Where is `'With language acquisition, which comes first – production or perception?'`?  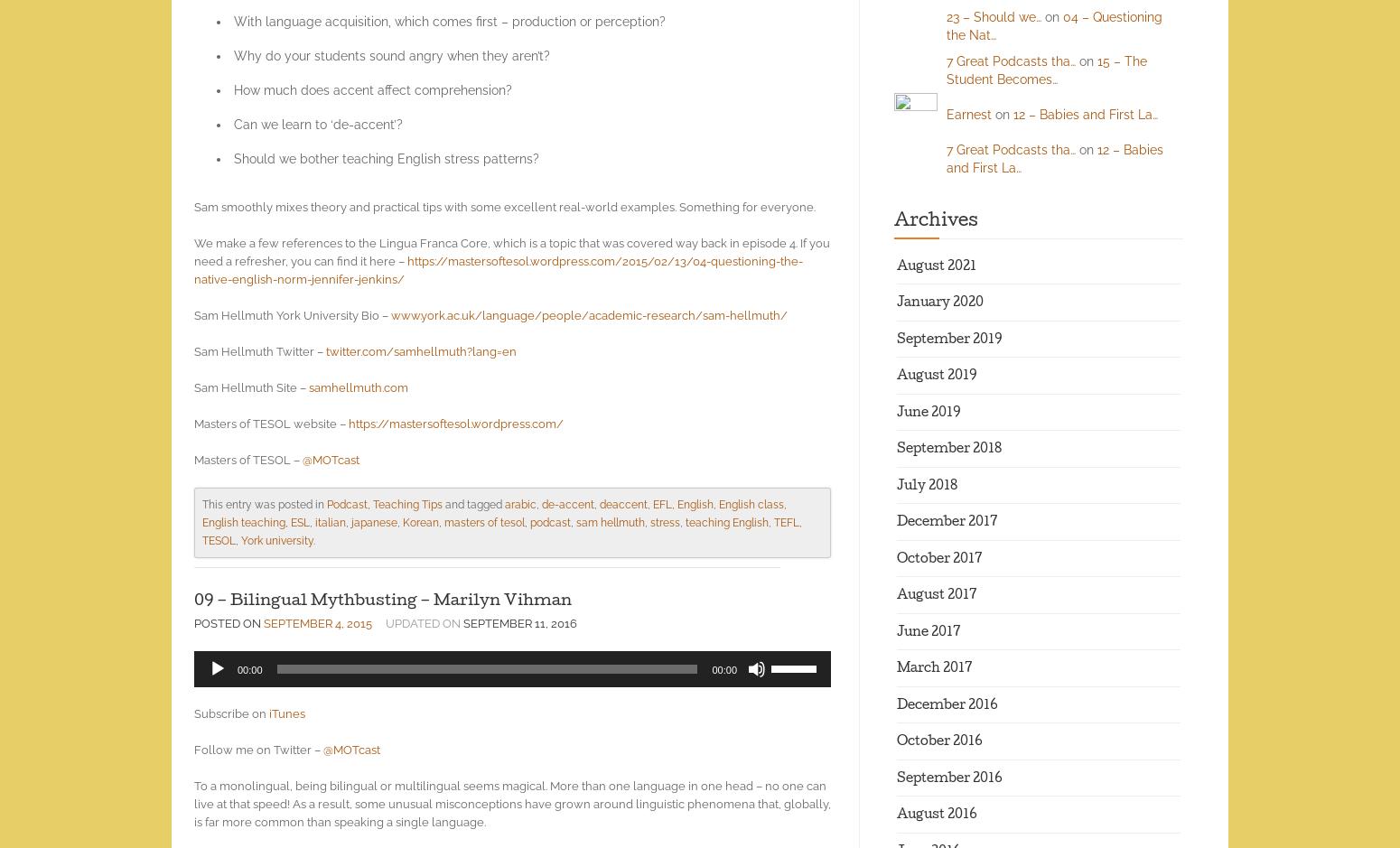
'With language acquisition, which comes first – production or perception?' is located at coordinates (234, 22).